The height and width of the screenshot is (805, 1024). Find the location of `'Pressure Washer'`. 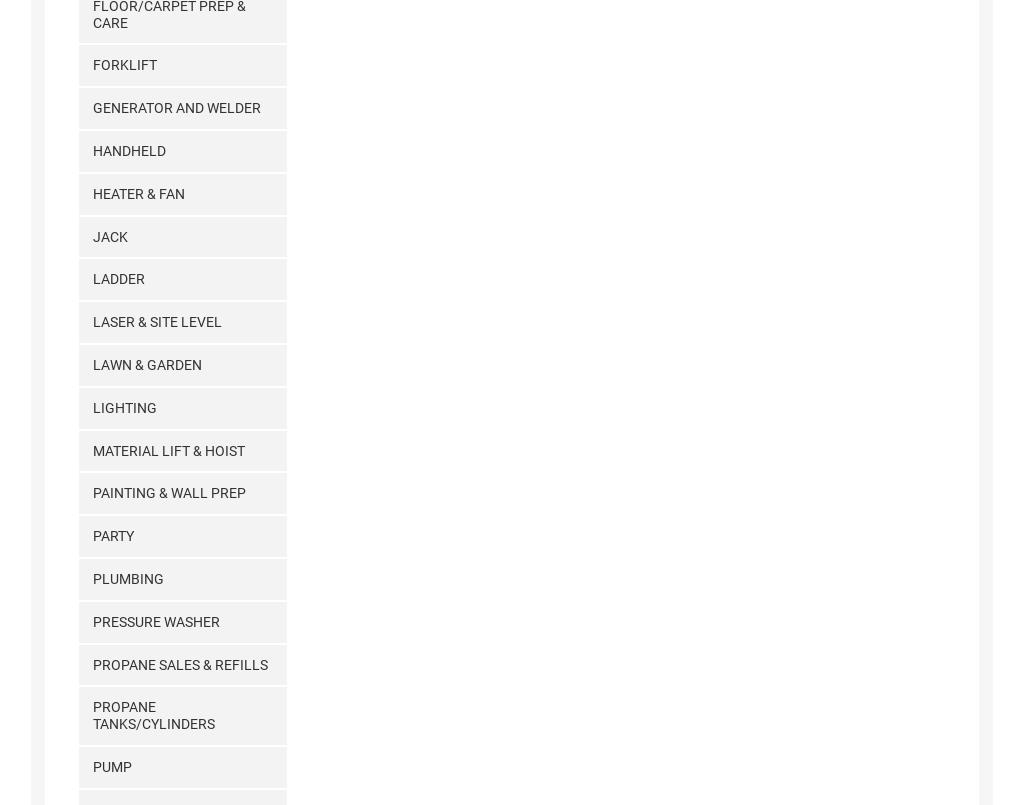

'Pressure Washer' is located at coordinates (91, 620).